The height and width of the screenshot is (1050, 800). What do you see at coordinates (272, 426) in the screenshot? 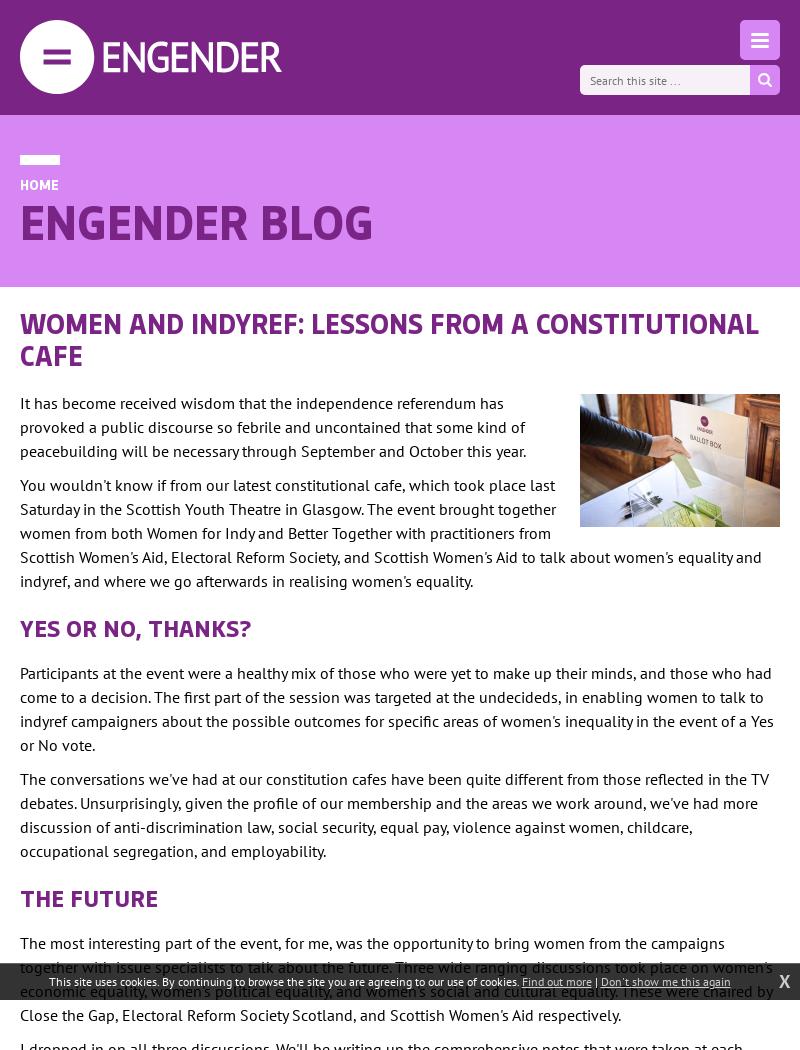
I see `'It has become received wisdom that the independence referendum has provoked a public discourse so febrile and uncontained that some kind of peacebuilding will be necessary through September and October this year.'` at bounding box center [272, 426].